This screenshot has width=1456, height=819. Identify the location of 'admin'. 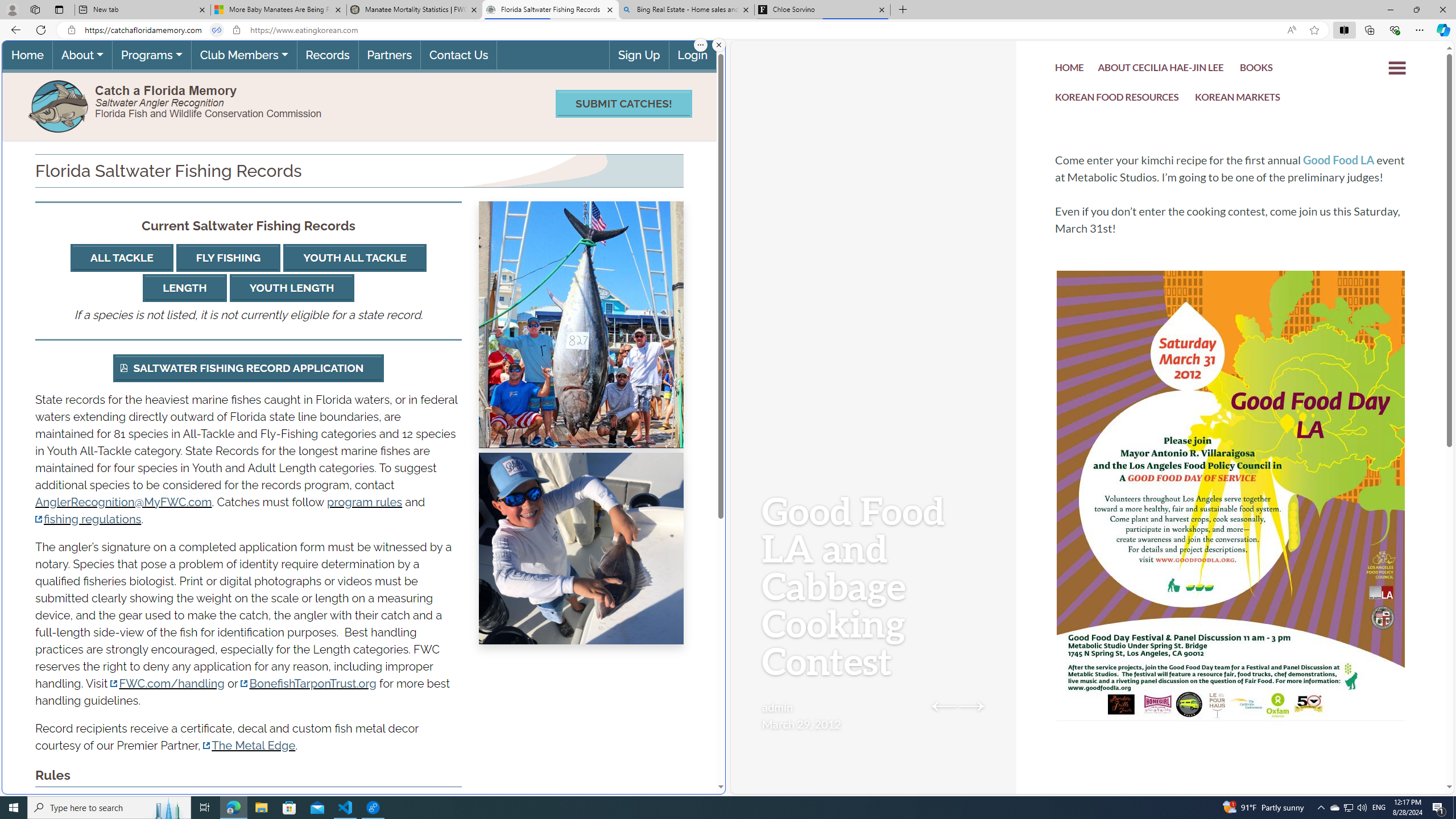
(777, 706).